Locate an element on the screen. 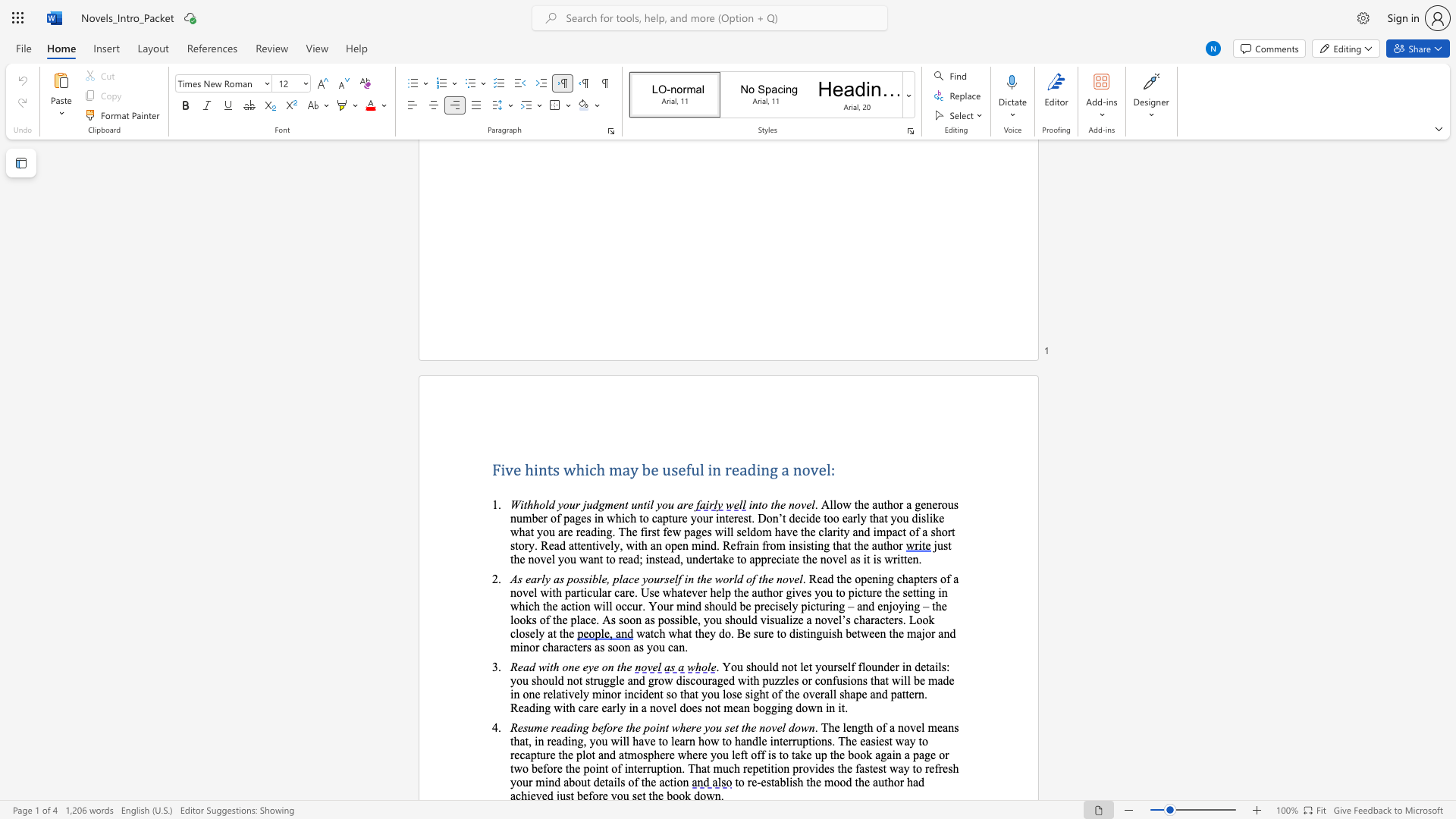 The height and width of the screenshot is (819, 1456). the subset text "at" within the text "relatively minor" is located at coordinates (555, 694).